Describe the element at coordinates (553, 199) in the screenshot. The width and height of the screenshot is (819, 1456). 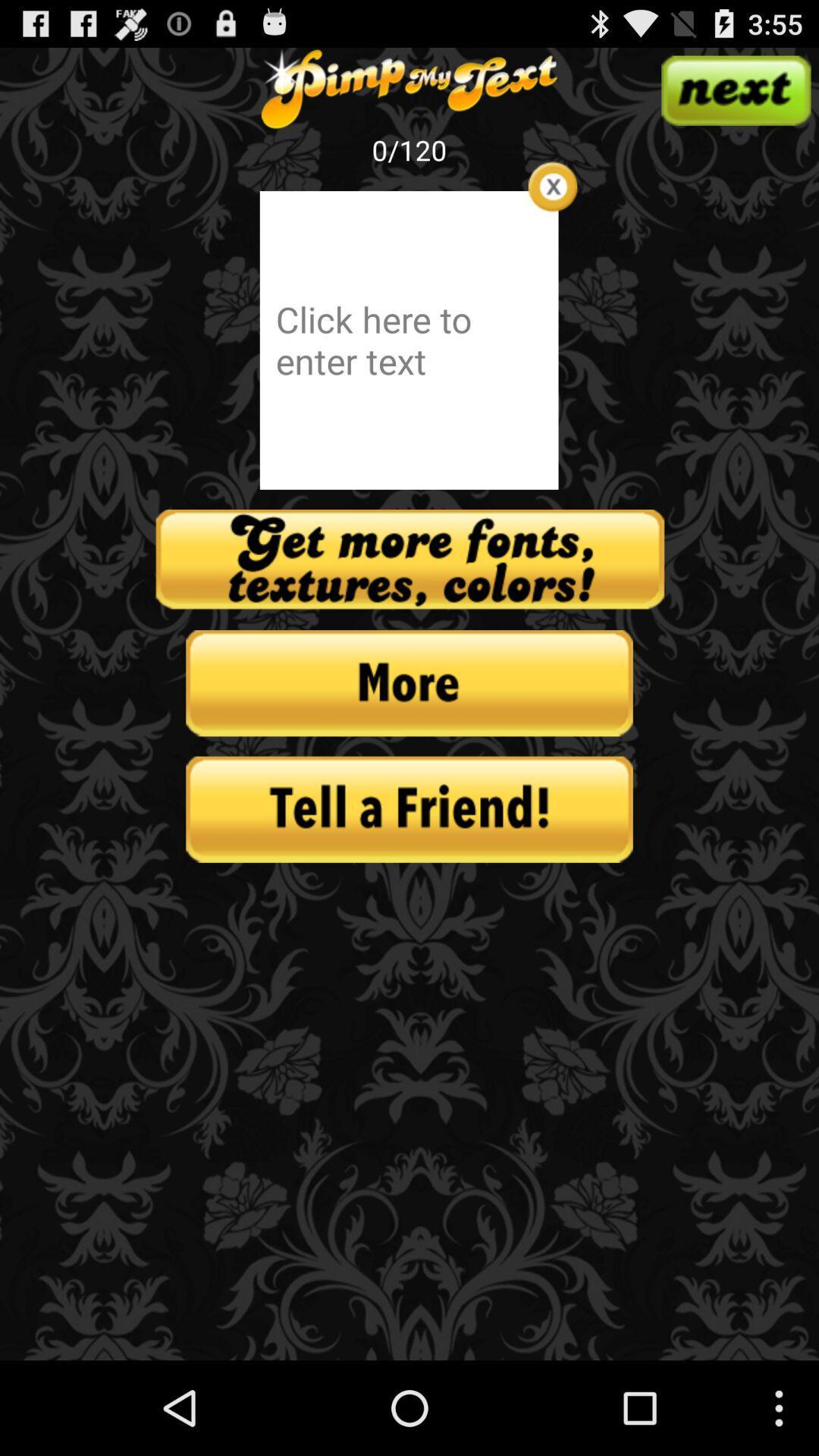
I see `the close icon` at that location.